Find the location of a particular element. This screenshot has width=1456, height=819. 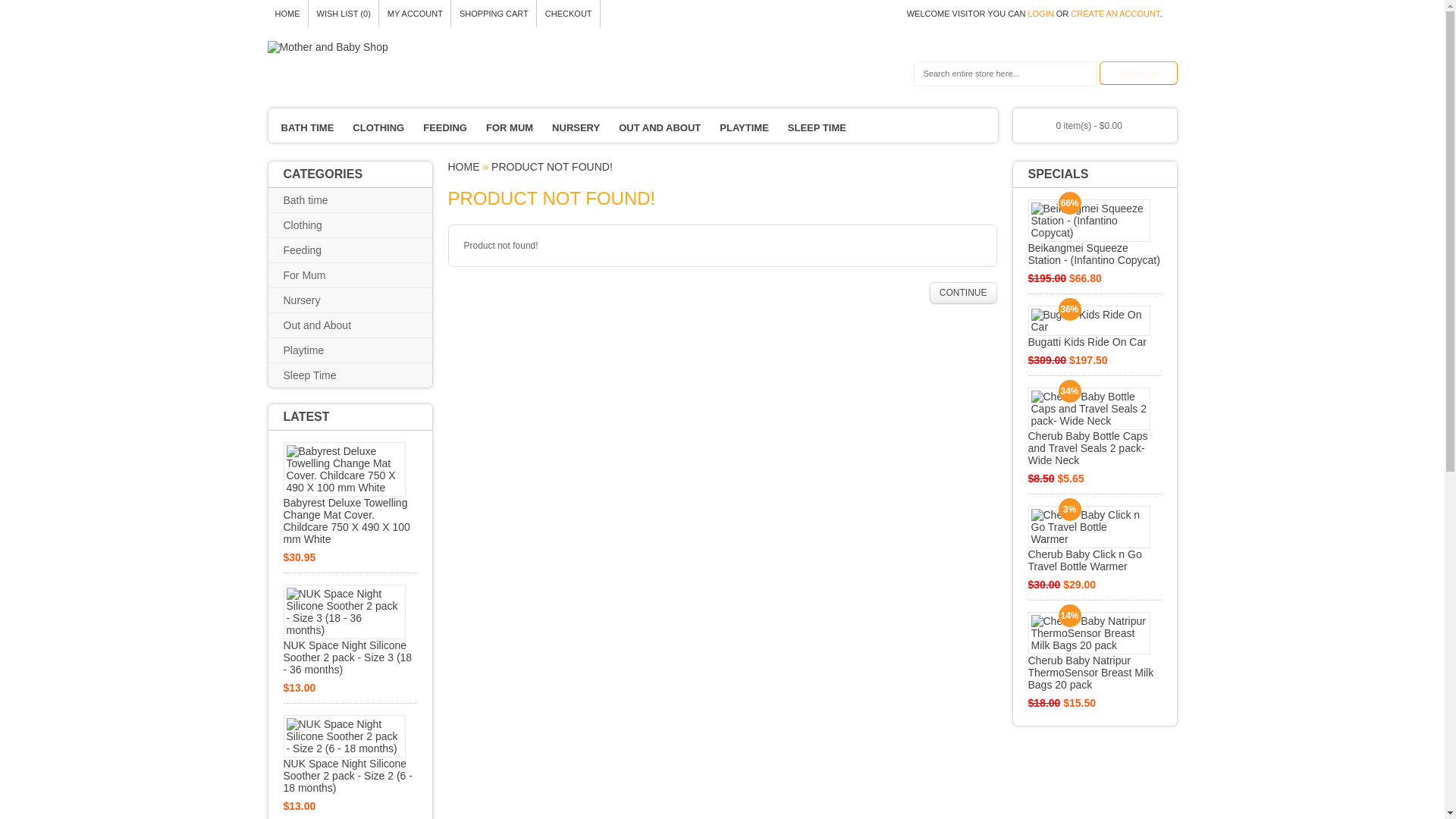

'Playtime' is located at coordinates (284, 350).